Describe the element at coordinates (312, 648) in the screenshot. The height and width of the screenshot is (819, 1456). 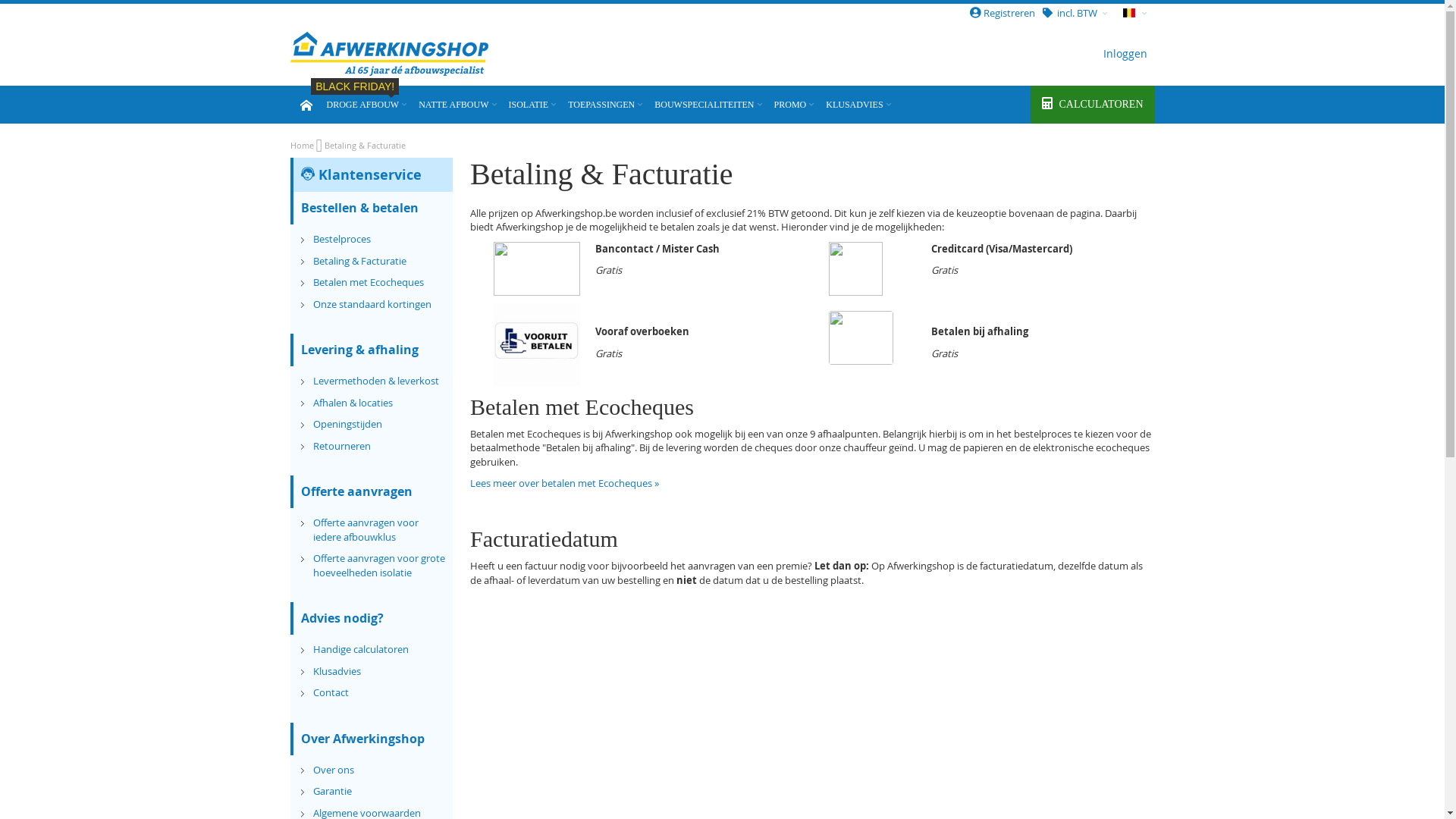
I see `'Handige calculatoren'` at that location.